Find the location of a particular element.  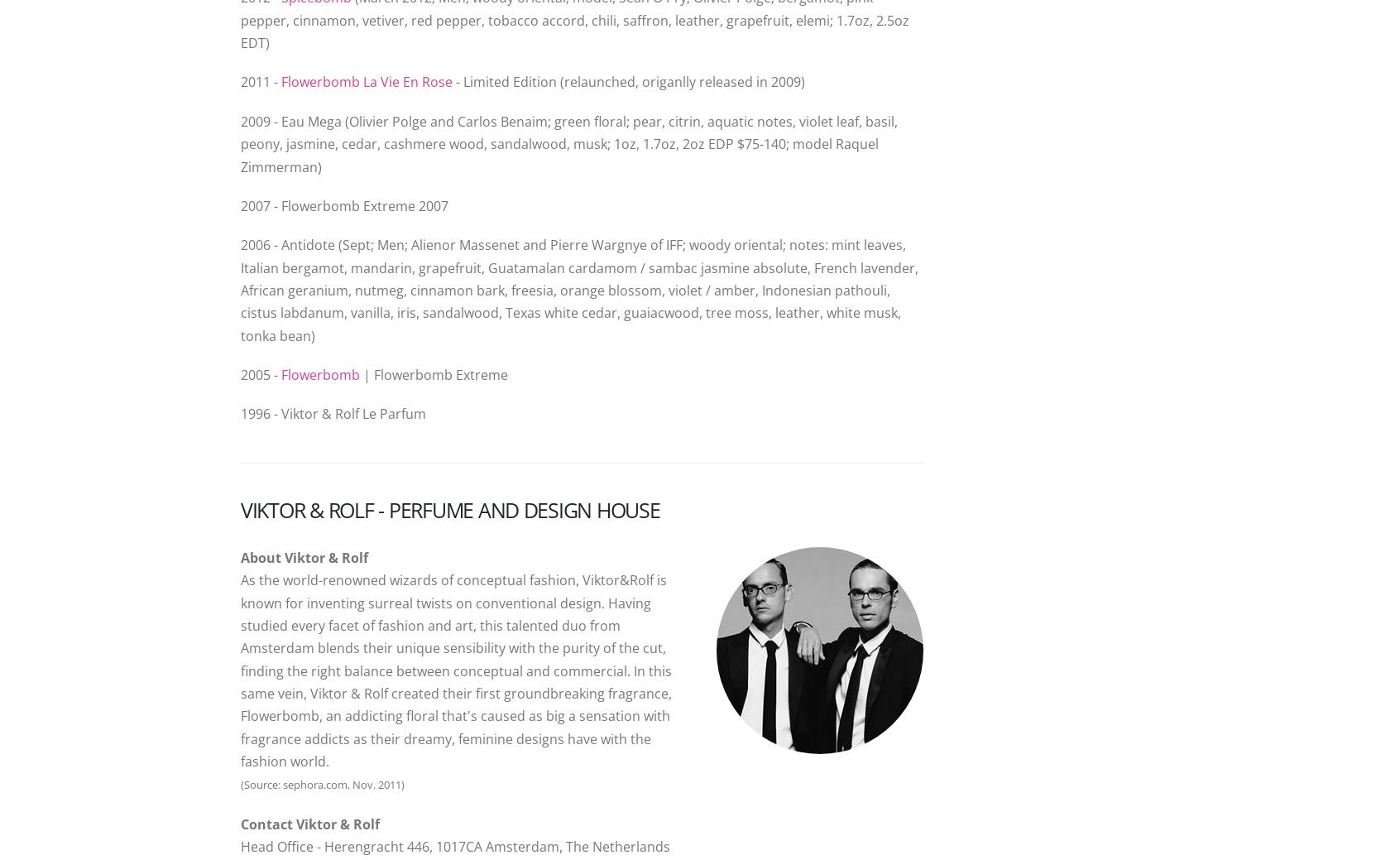

'- Limited Edition (relaunched, origanlly released in 2009)' is located at coordinates (628, 81).